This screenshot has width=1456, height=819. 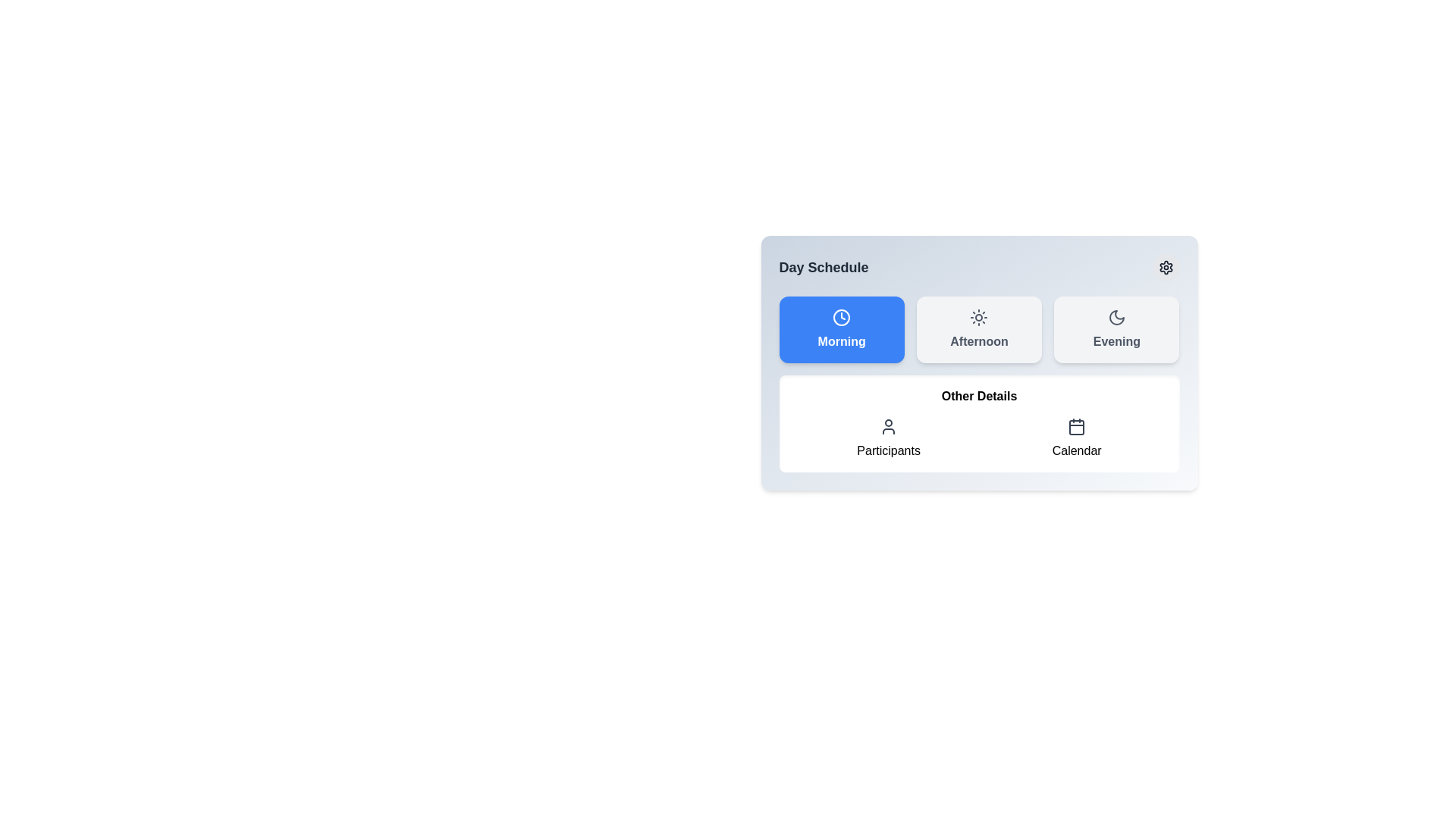 I want to click on the 'Morning' time slot button to observe its hover effect, which is the leftmost button in a grid layout of three buttons, so click(x=841, y=329).